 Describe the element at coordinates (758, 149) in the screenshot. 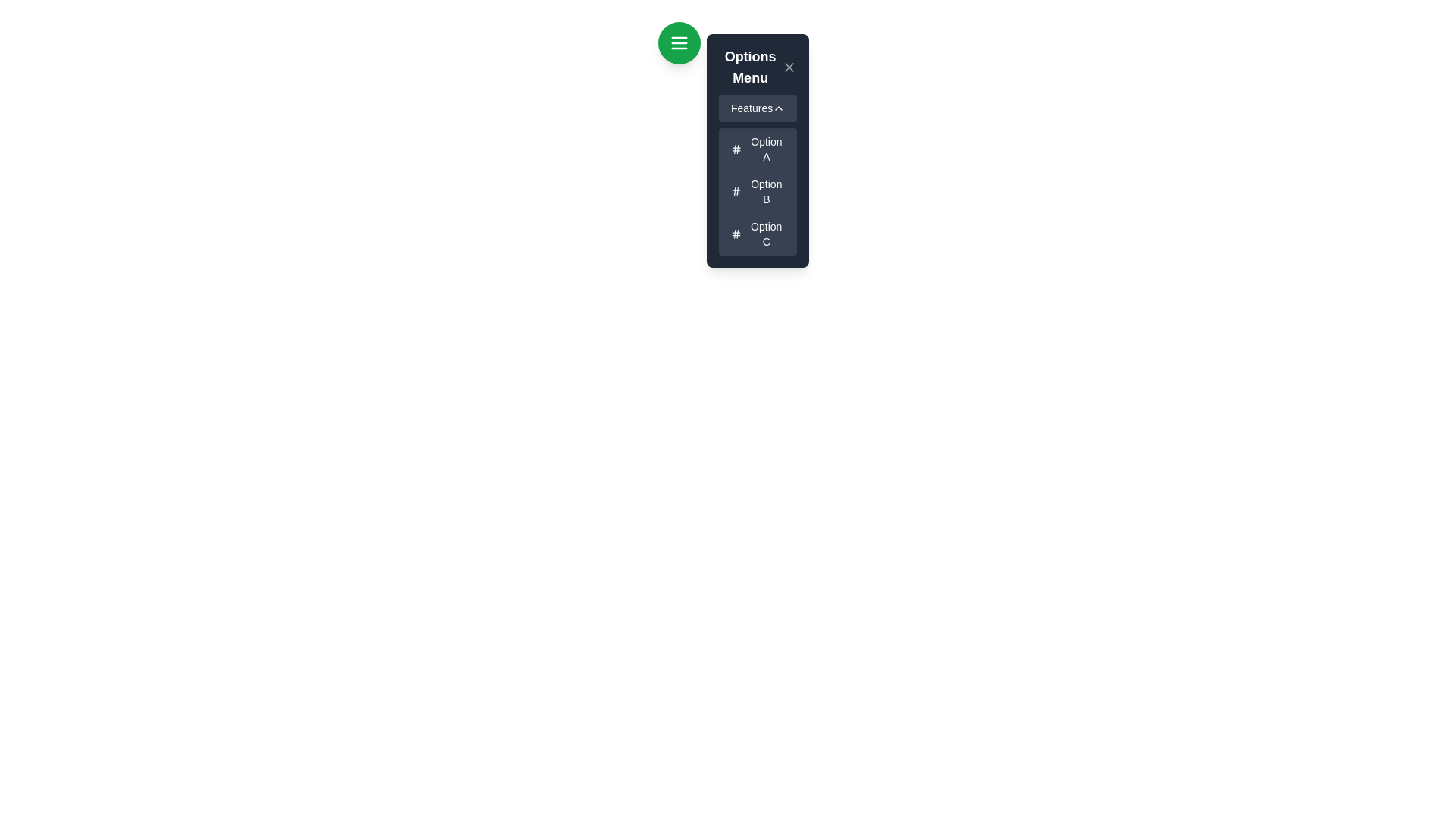

I see `the first hyperlink in the vertical list under the 'Options Menu', located directly below the 'Features' dropdown` at that location.